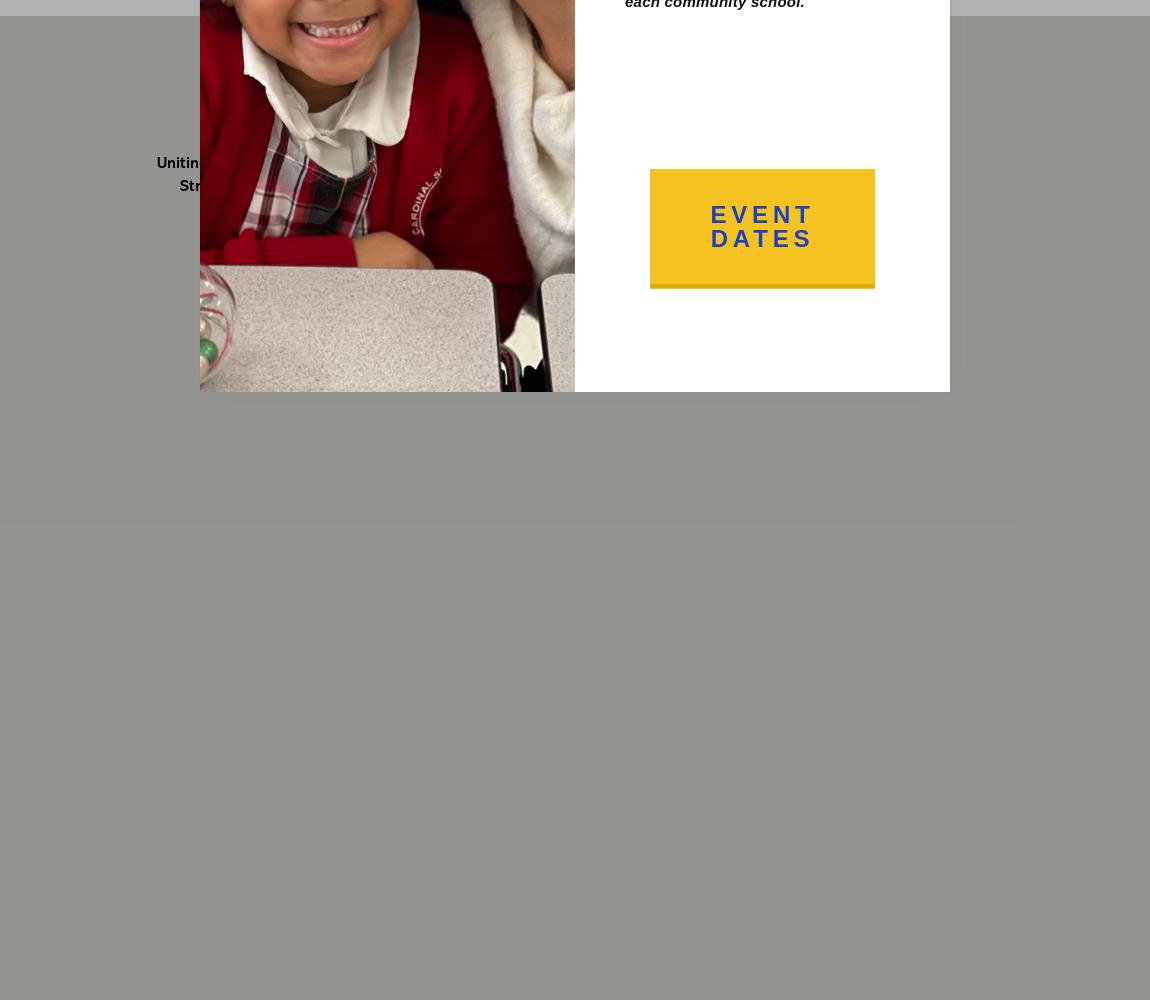  I want to click on '308 W. Joppa Road', so click(812, 208).